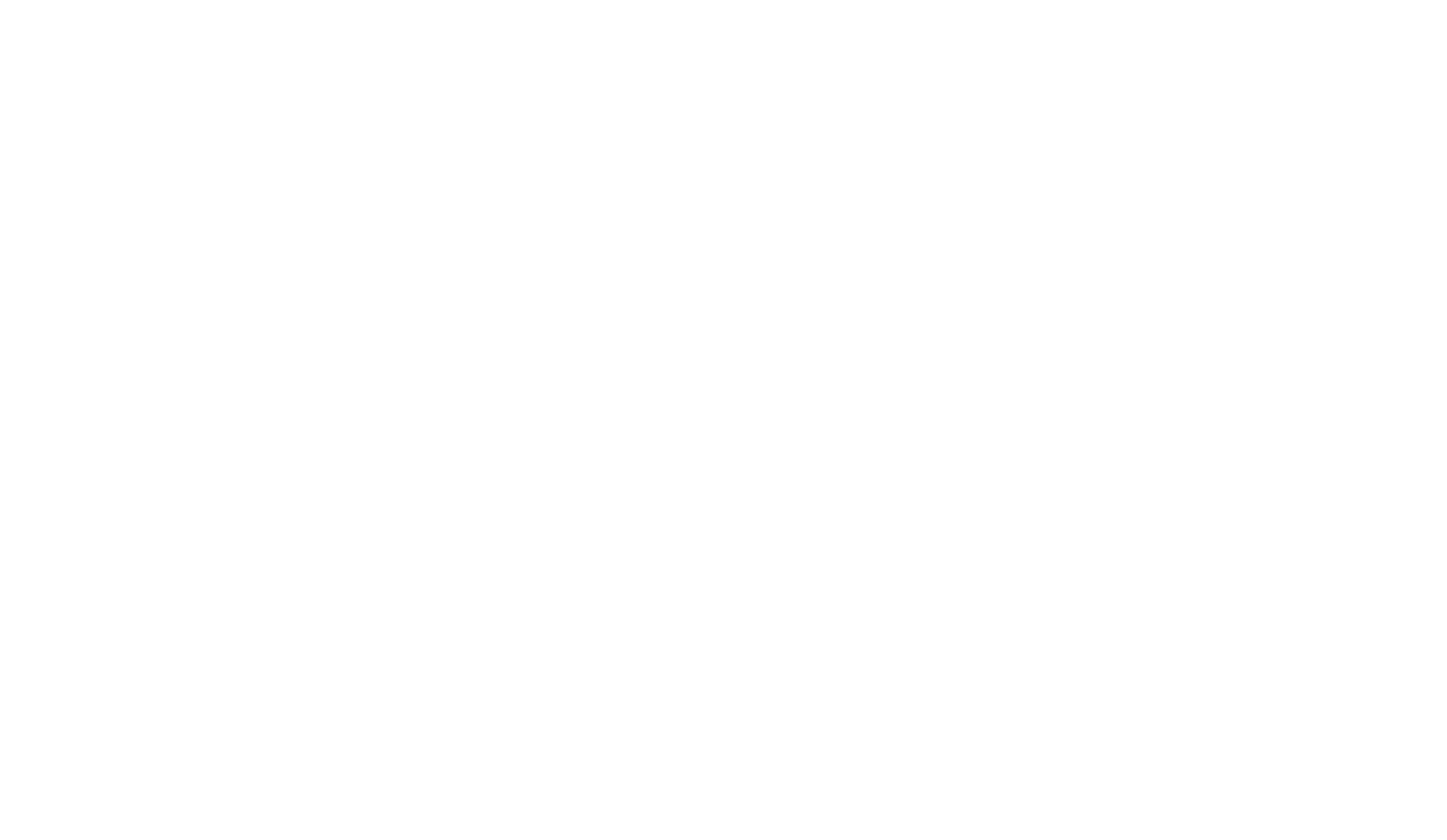  What do you see at coordinates (278, 7) in the screenshot?
I see `'Spotted par Melissa89'` at bounding box center [278, 7].